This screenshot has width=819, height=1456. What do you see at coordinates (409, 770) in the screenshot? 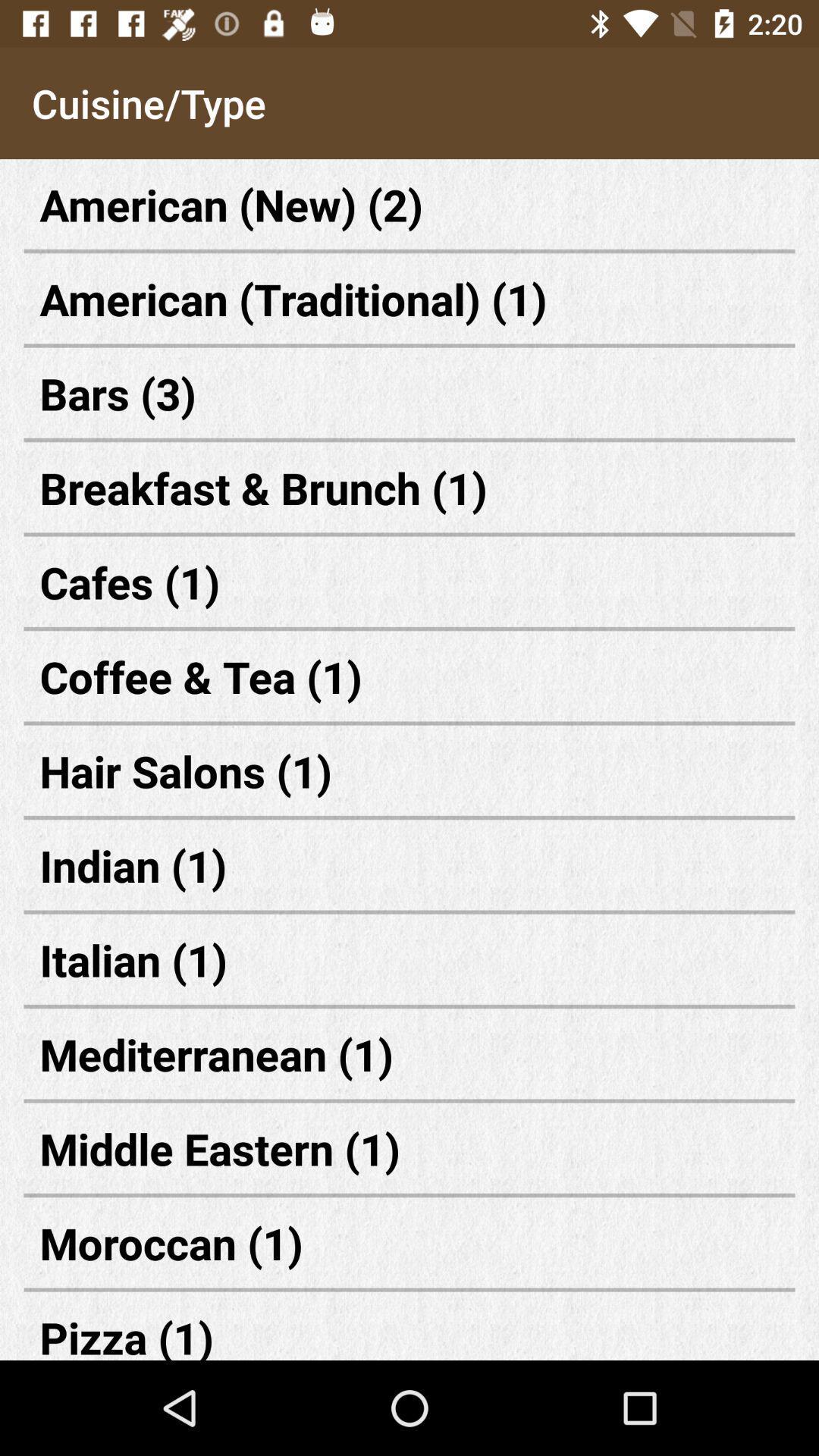
I see `icon above indian (1)` at bounding box center [409, 770].